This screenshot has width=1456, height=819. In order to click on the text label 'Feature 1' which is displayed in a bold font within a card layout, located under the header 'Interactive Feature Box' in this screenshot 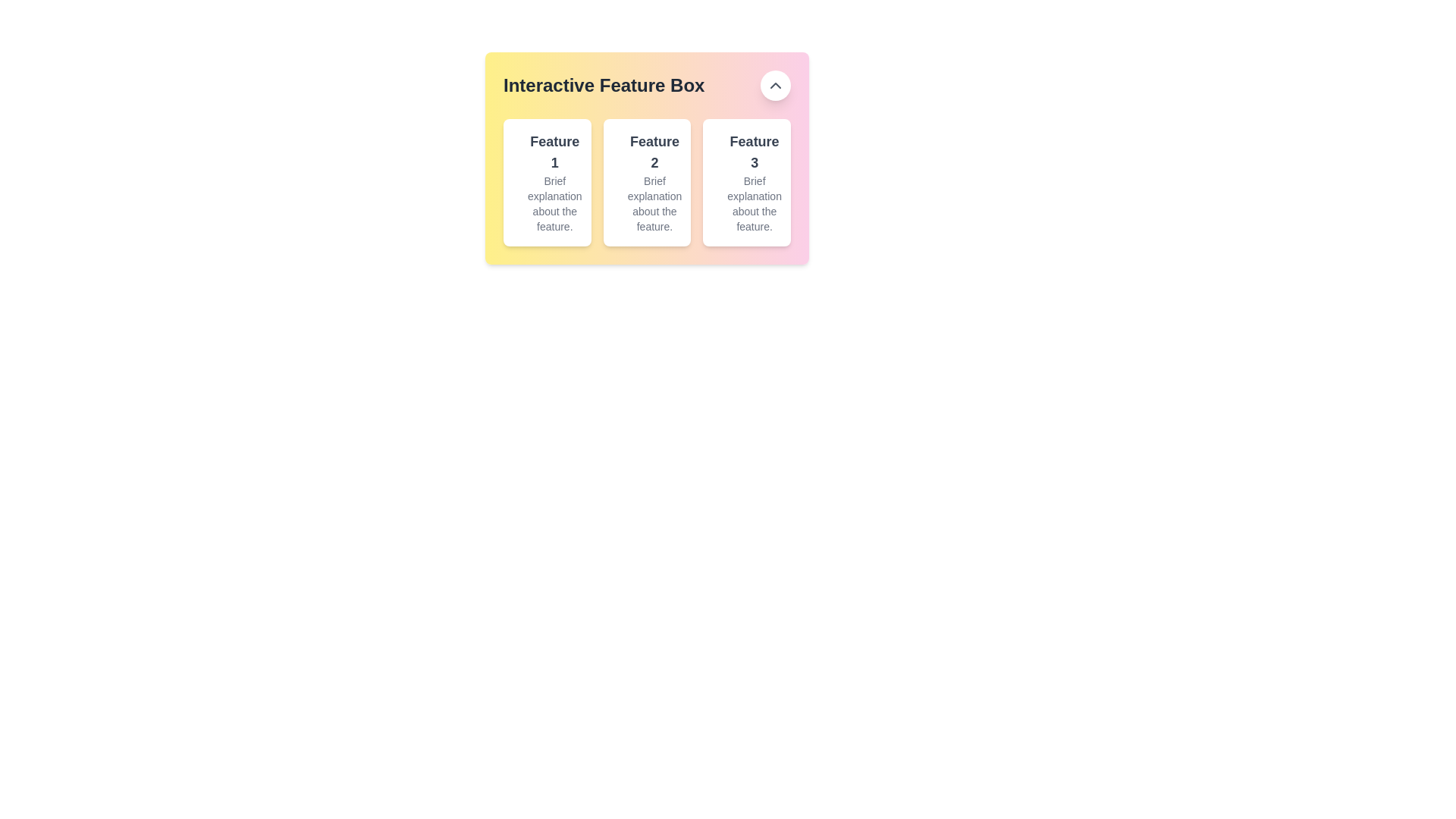, I will do `click(554, 152)`.